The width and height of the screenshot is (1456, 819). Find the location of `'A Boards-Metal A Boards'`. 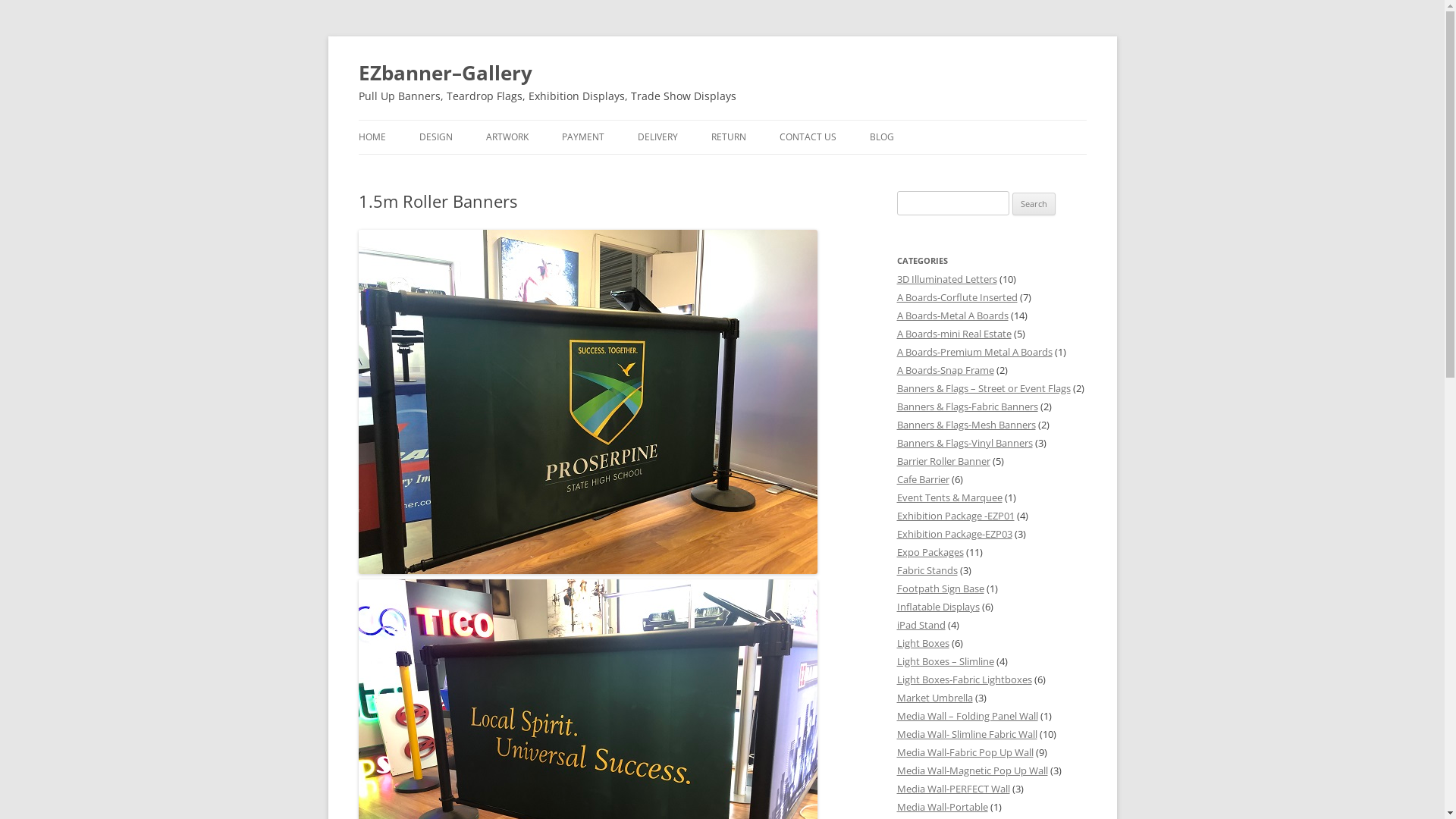

'A Boards-Metal A Boards' is located at coordinates (951, 315).